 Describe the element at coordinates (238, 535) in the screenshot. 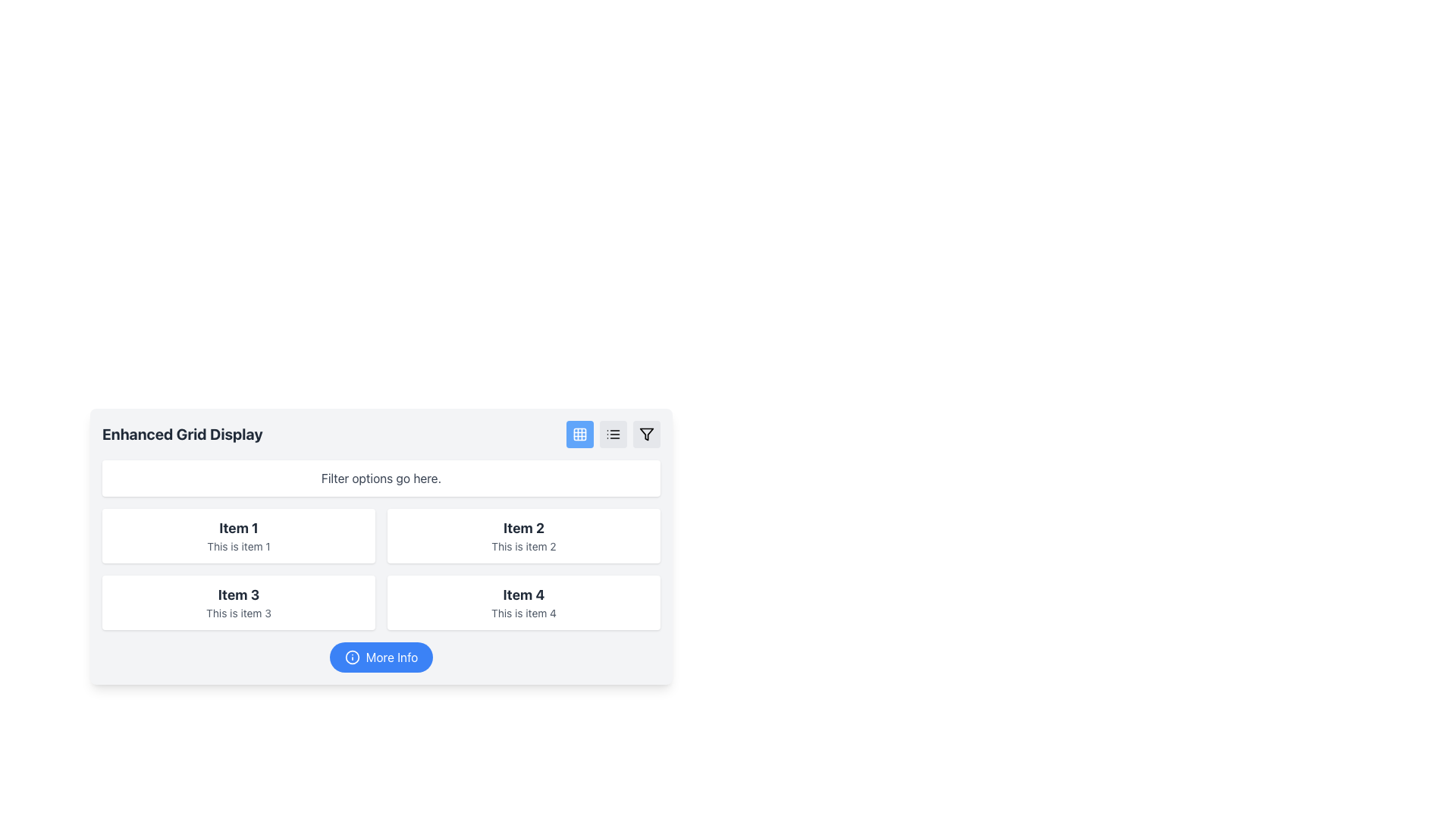

I see `the Card located in the top-left corner of the grid layout` at that location.